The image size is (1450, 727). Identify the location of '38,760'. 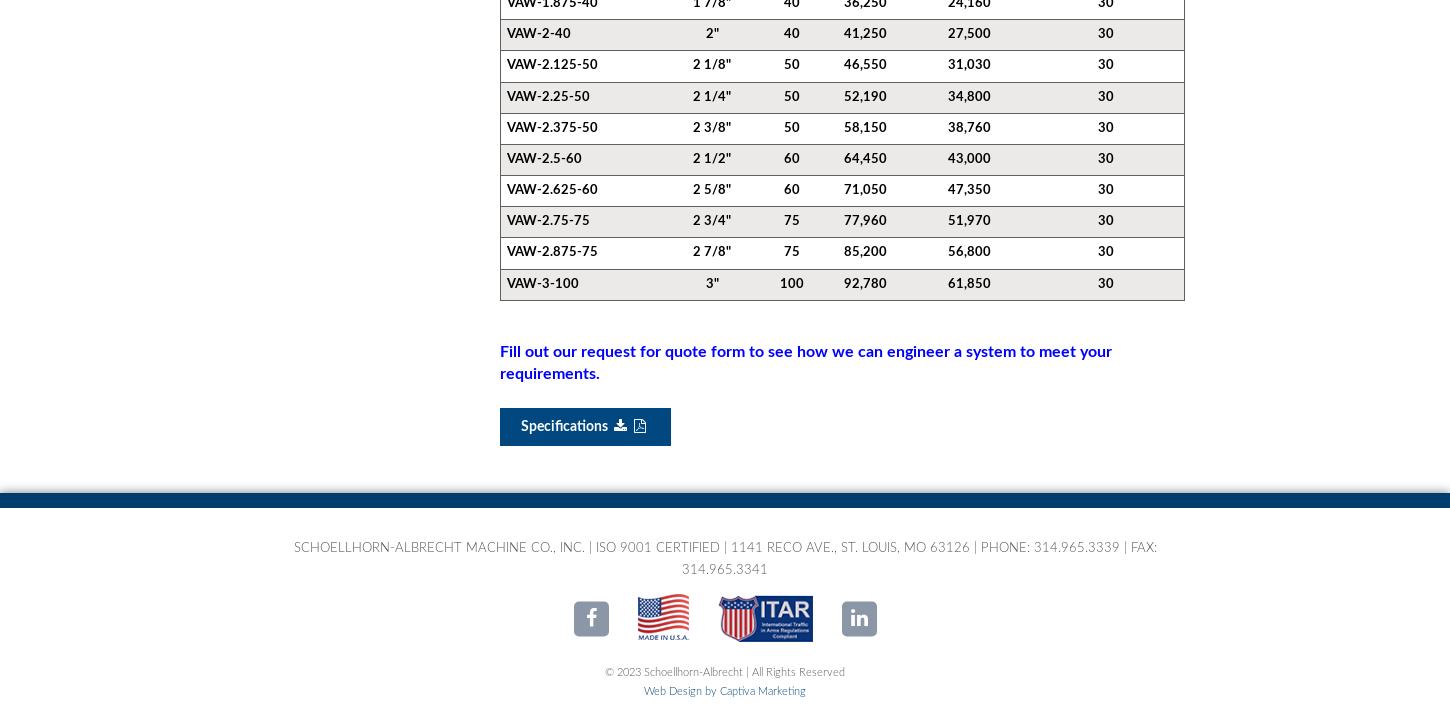
(969, 127).